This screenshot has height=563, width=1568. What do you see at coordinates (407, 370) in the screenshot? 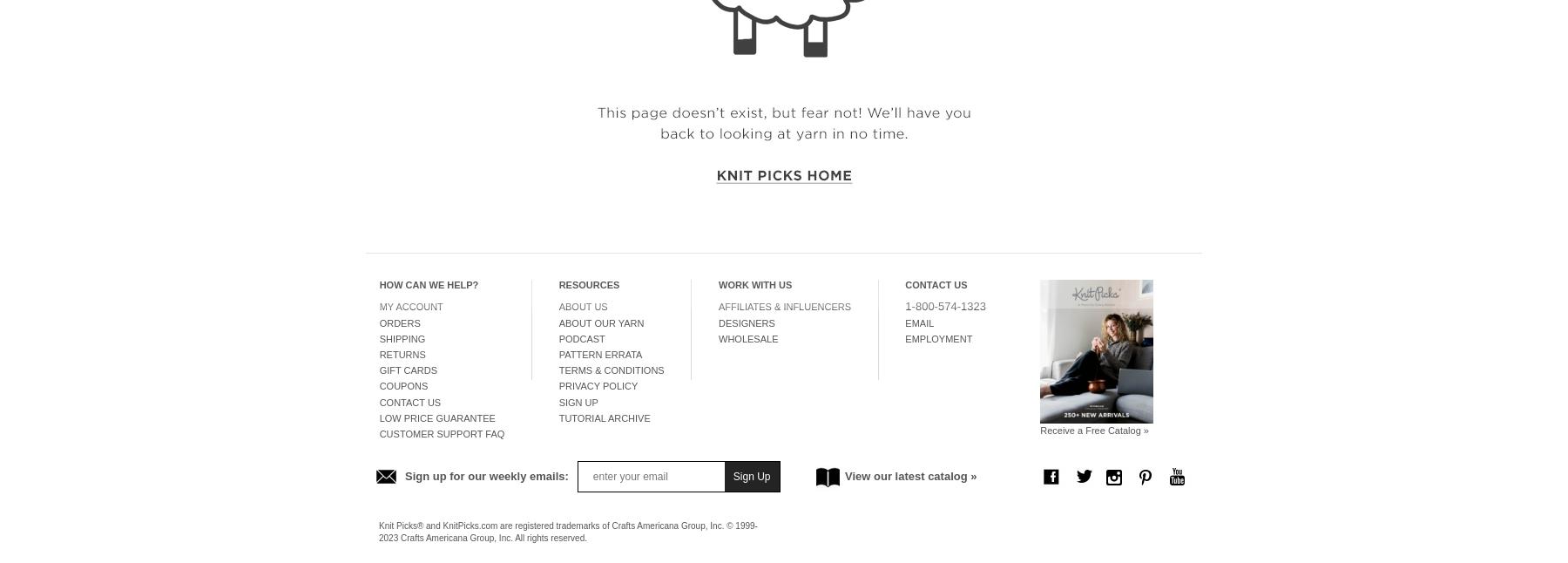
I see `'Gift Cards'` at bounding box center [407, 370].